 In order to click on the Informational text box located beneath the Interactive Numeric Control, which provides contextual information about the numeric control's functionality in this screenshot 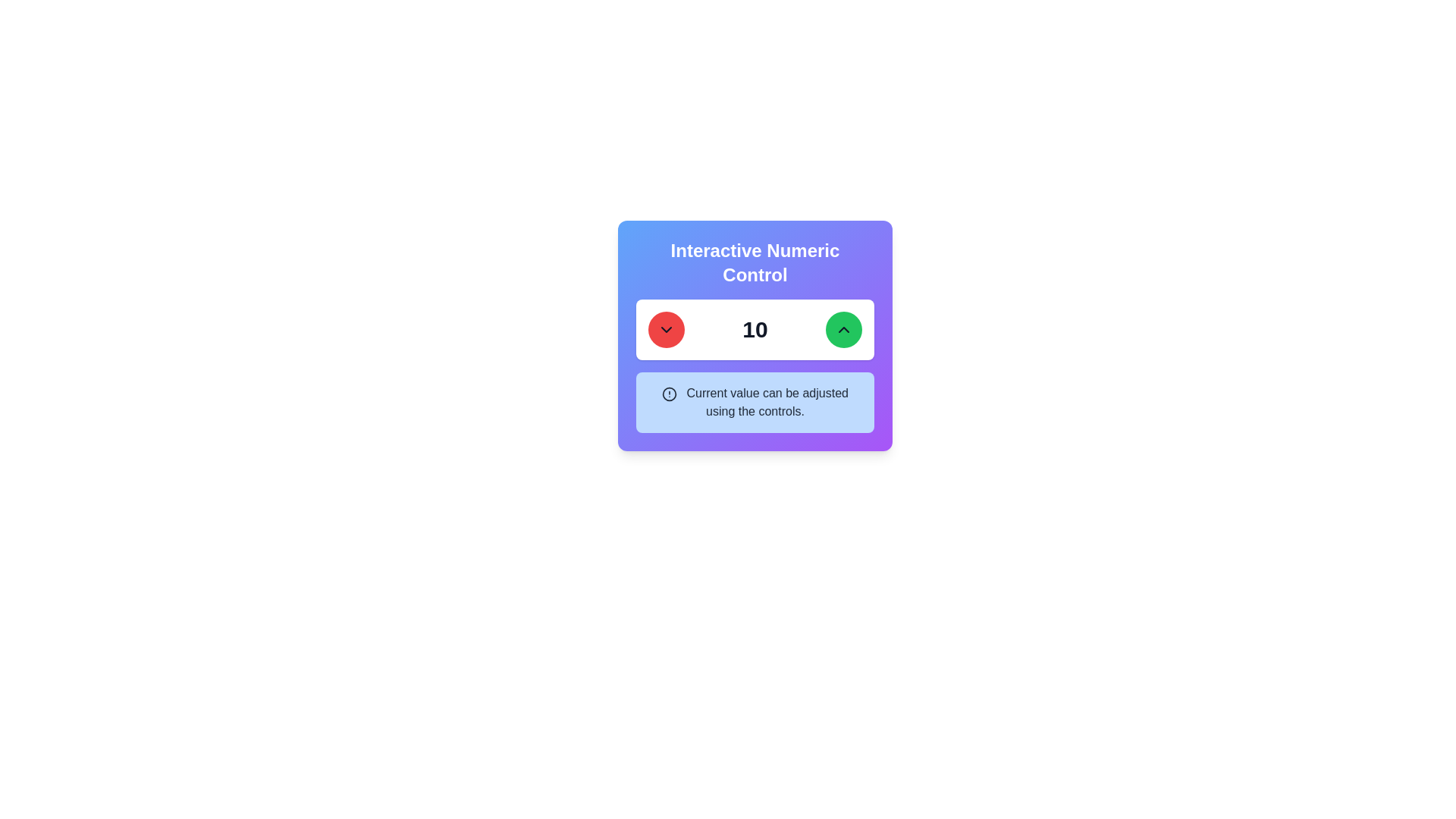, I will do `click(755, 402)`.